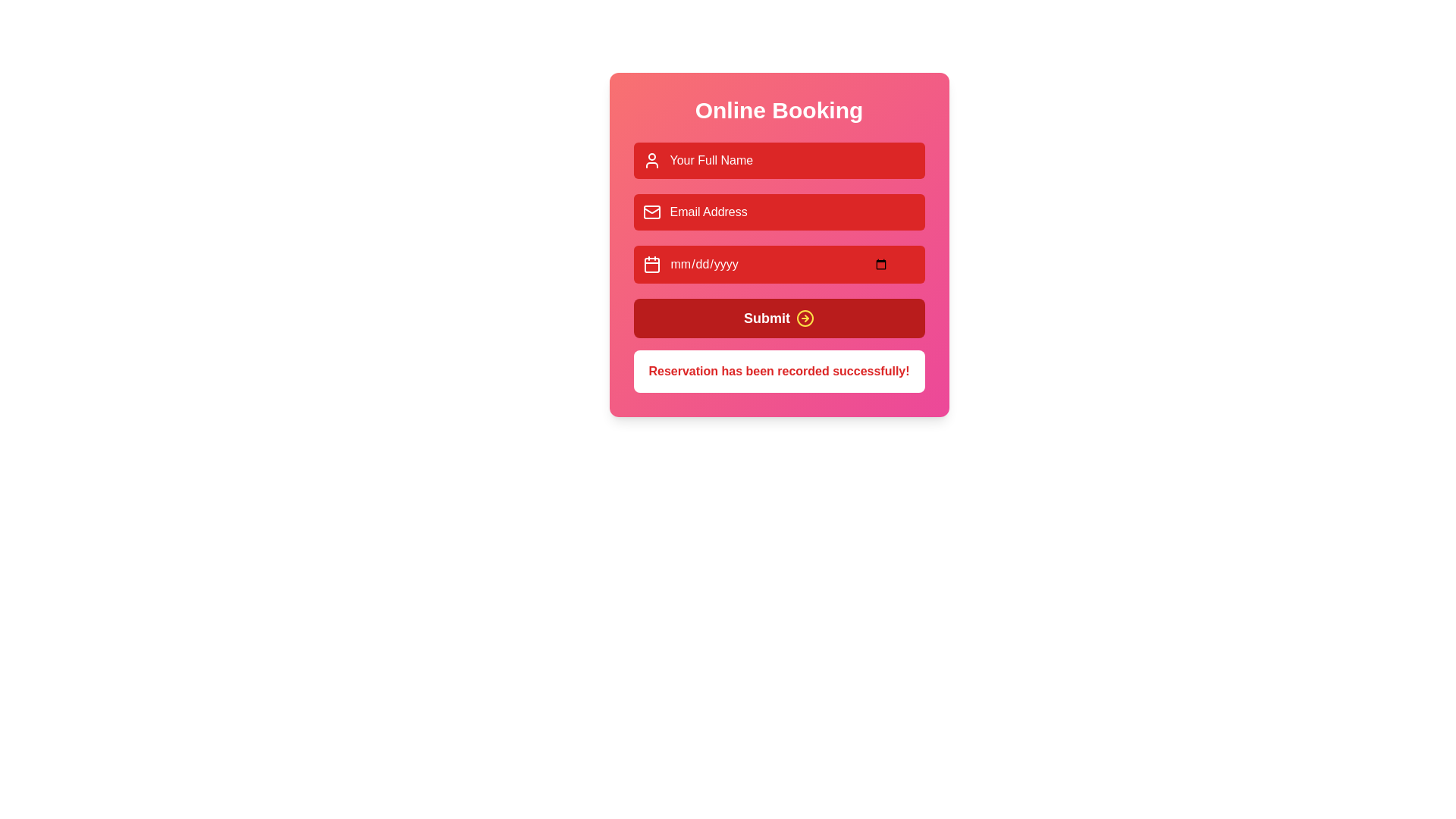 The width and height of the screenshot is (1456, 819). Describe the element at coordinates (651, 212) in the screenshot. I see `the envelope icon located at the top-left of the email address input field, which is the second item in the vertical stack of input fields` at that location.